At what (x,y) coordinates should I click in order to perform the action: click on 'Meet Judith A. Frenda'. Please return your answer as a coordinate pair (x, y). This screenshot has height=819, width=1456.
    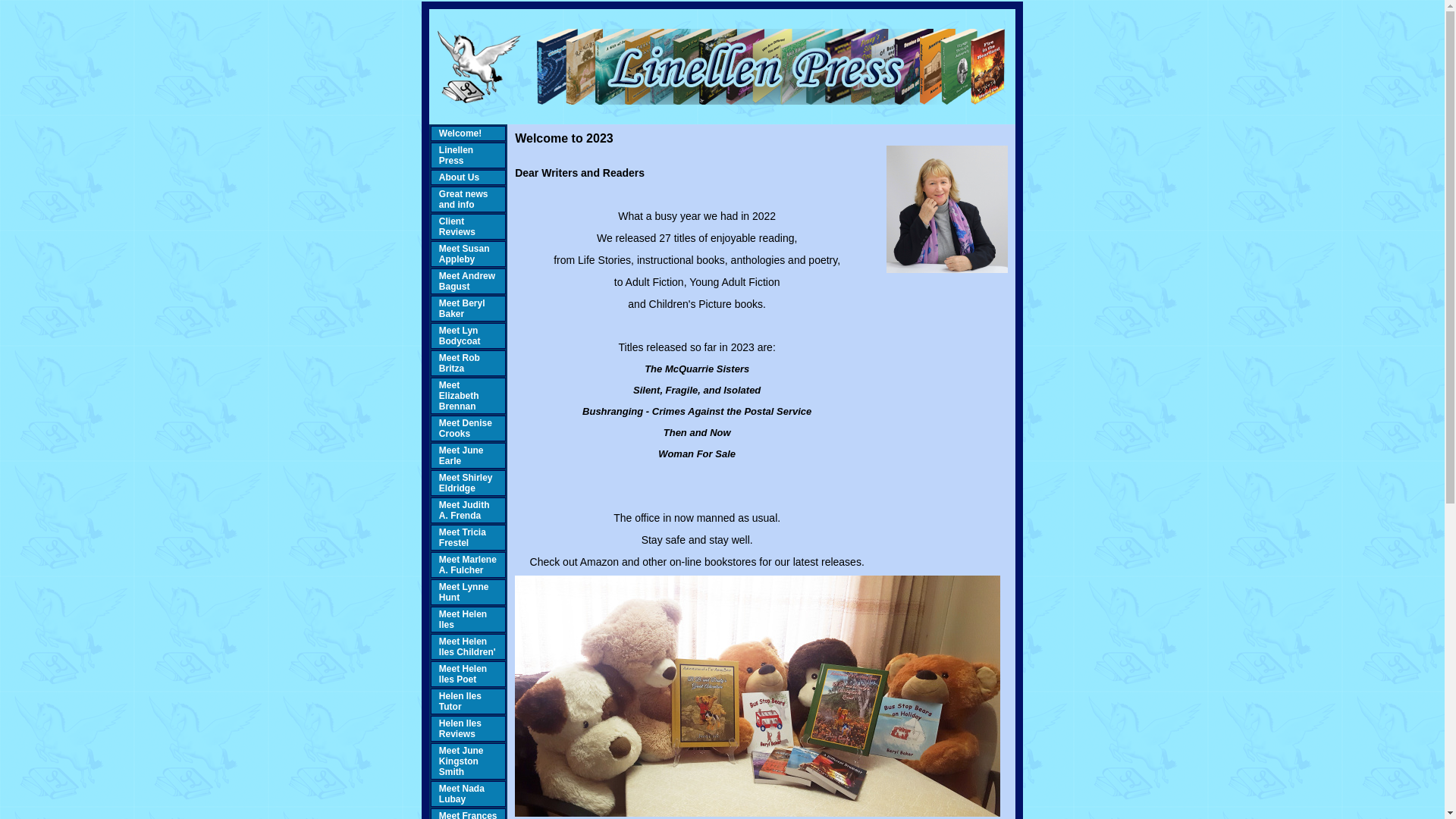
    Looking at the image, I should click on (463, 510).